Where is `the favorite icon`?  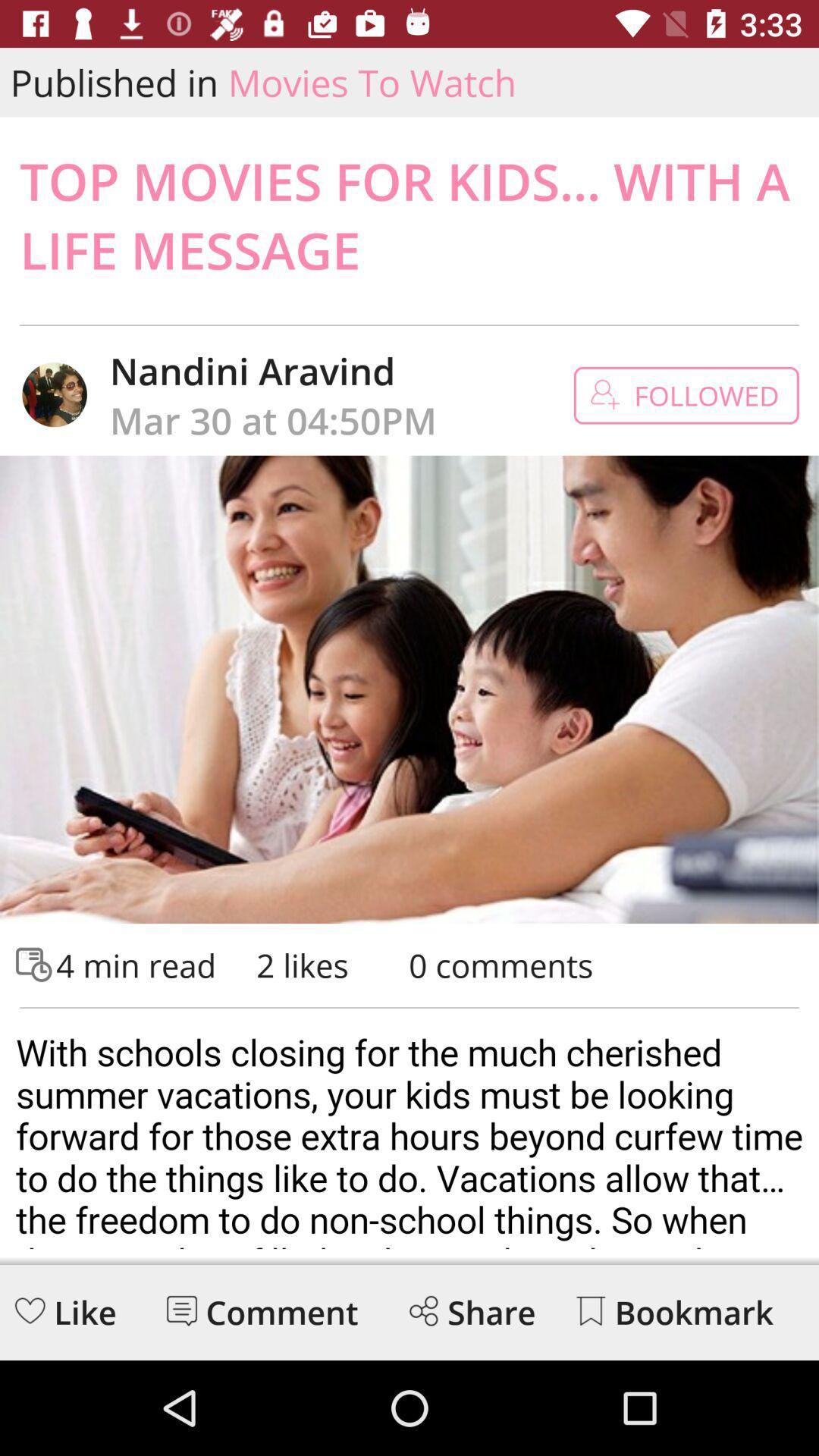 the favorite icon is located at coordinates (30, 1310).